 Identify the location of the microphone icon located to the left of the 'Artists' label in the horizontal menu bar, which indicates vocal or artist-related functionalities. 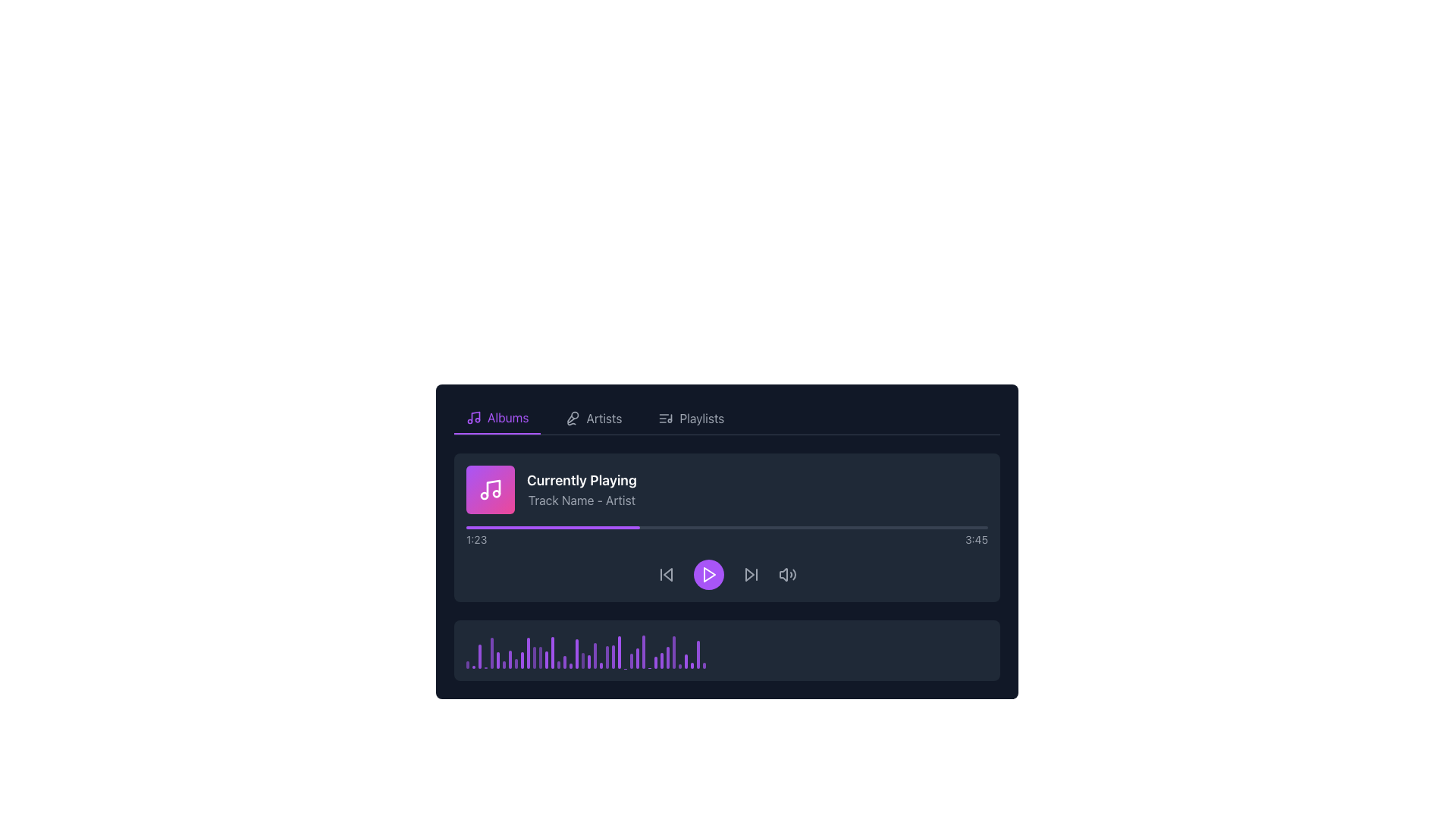
(572, 418).